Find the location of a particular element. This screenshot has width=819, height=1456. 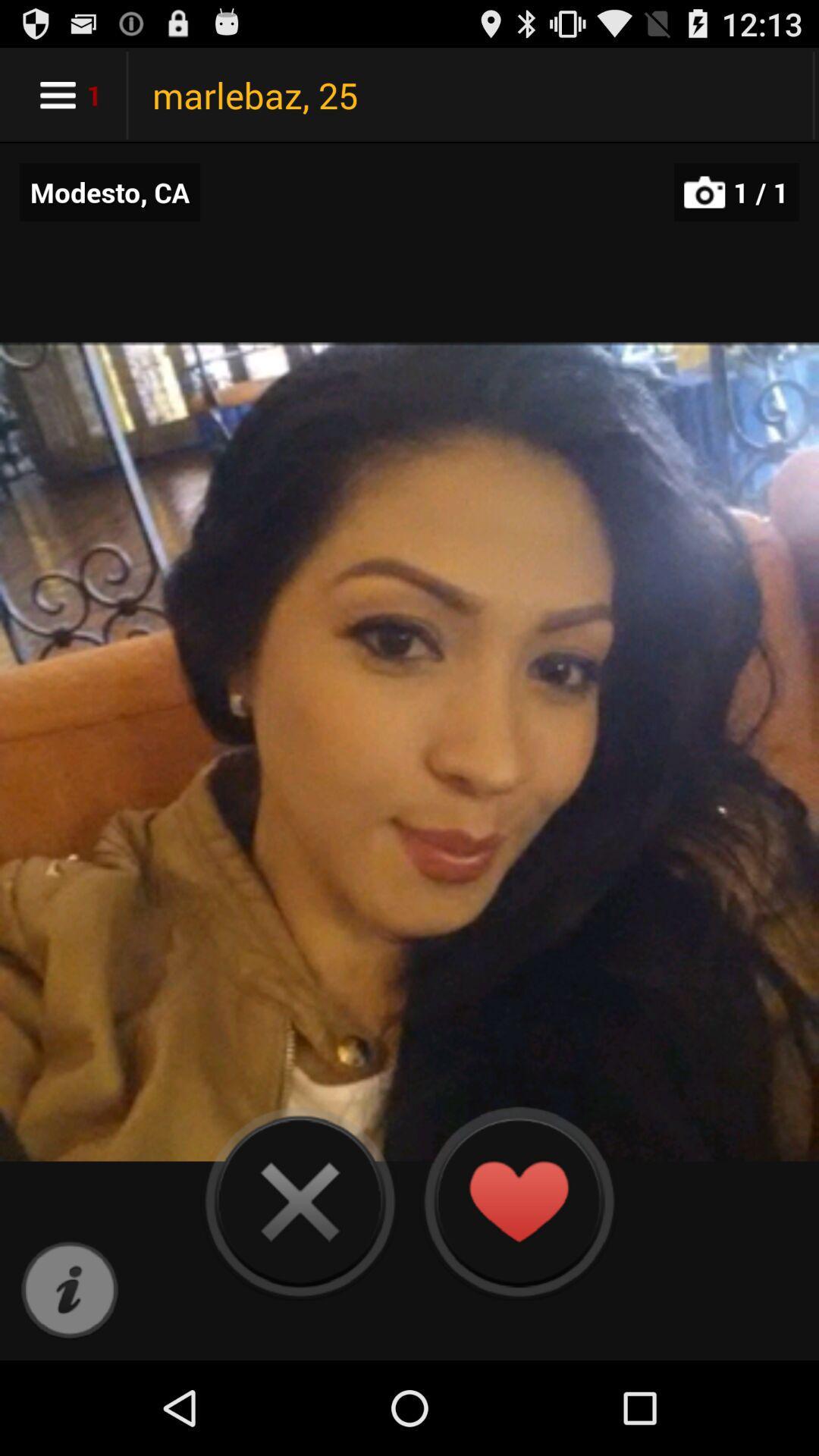

dislike picture is located at coordinates (300, 1200).